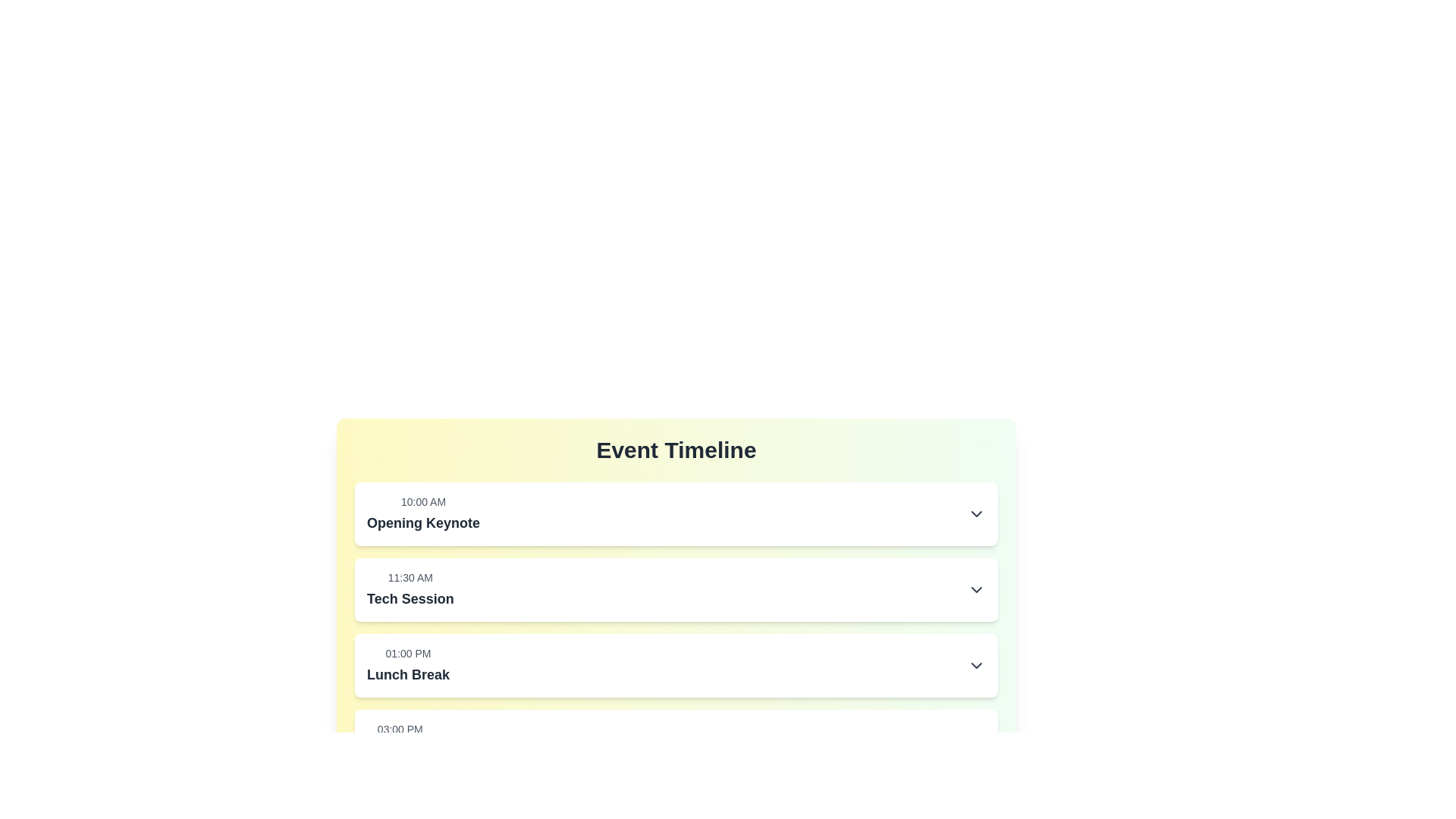 This screenshot has height=819, width=1456. What do you see at coordinates (423, 522) in the screenshot?
I see `the text label representing the title of an event session scheduled at the given time in the timeline, located below the '10:00 AM' time label in the second card of the 'Event Timeline' section` at bounding box center [423, 522].